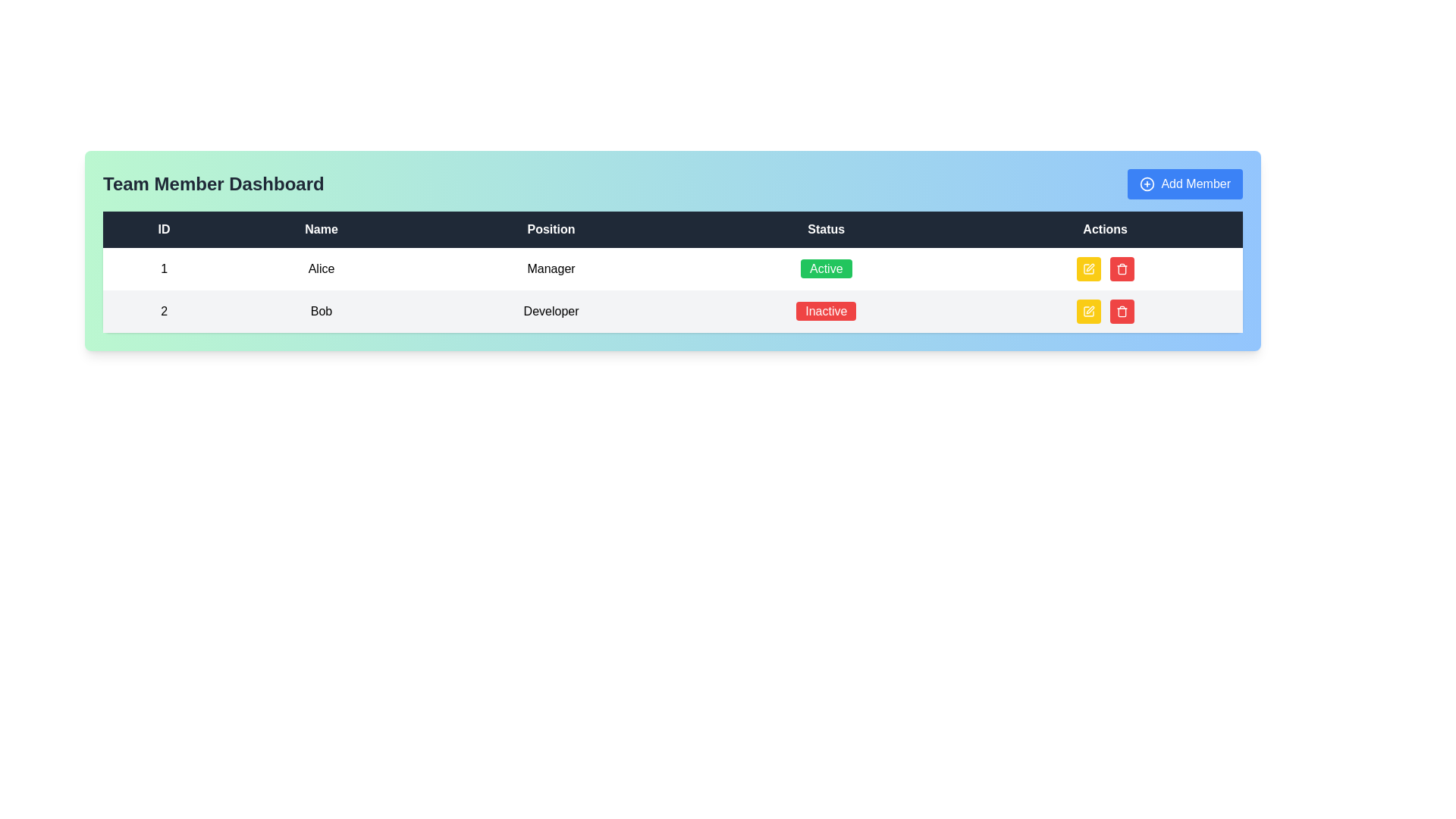  I want to click on the text label displaying 'Alice' in bold black font, located in the second column of the first row of the table, so click(320, 268).